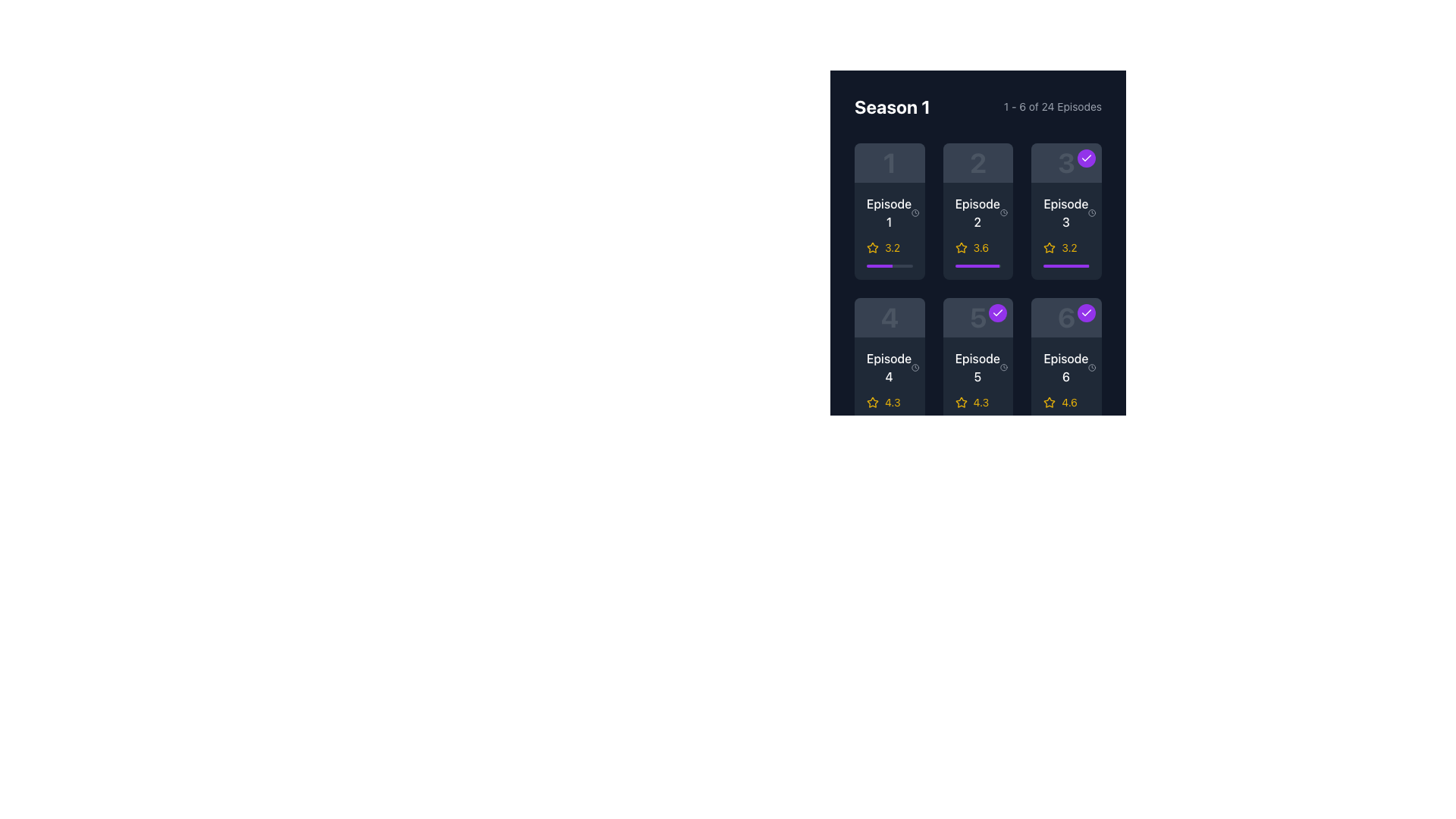 This screenshot has height=819, width=1456. What do you see at coordinates (1048, 246) in the screenshot?
I see `the yellow star-shaped icon associated with rating items` at bounding box center [1048, 246].